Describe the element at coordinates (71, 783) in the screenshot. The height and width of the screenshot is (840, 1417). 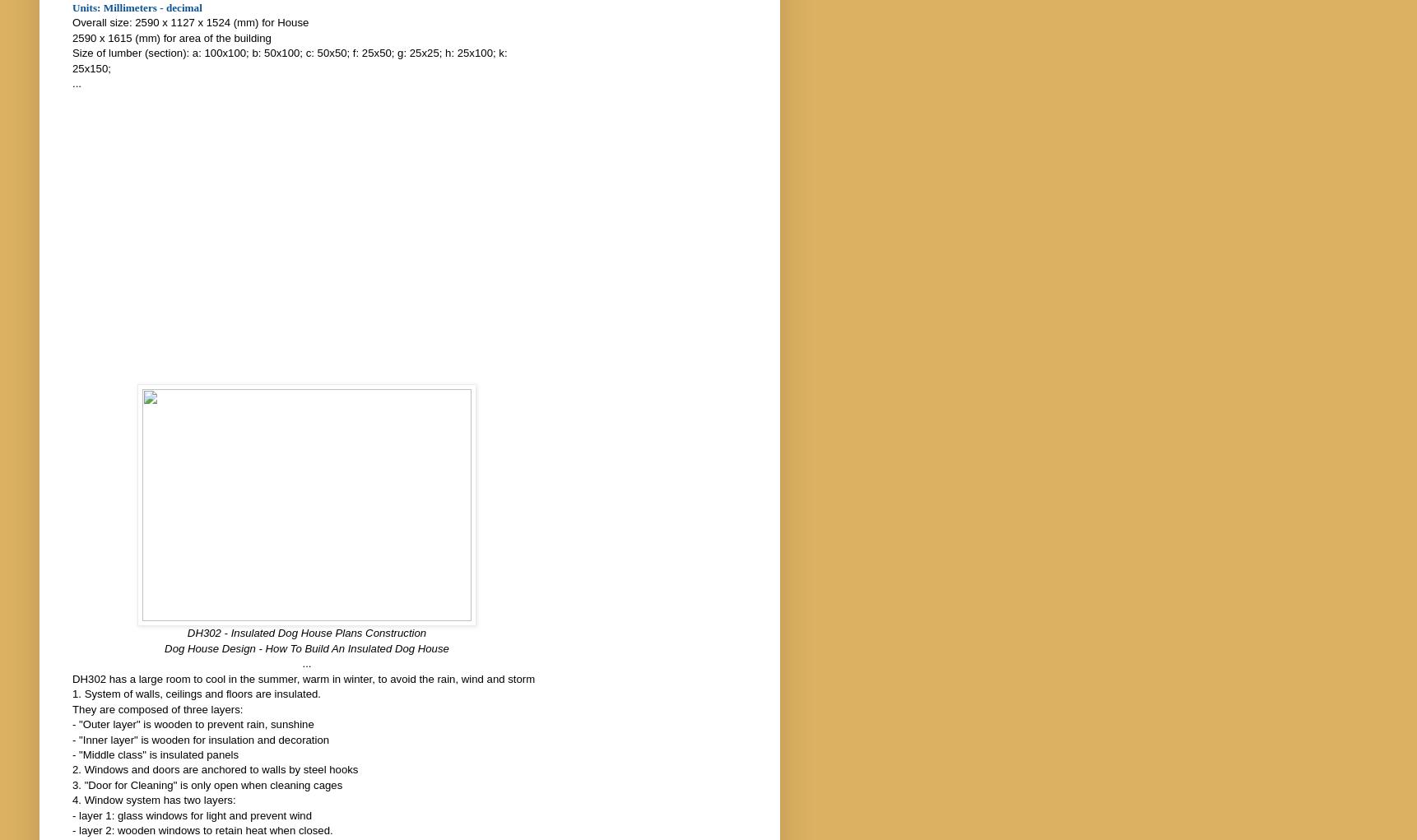
I see `'3. "Door for Cleaning" is only open when cleaning cages'` at that location.